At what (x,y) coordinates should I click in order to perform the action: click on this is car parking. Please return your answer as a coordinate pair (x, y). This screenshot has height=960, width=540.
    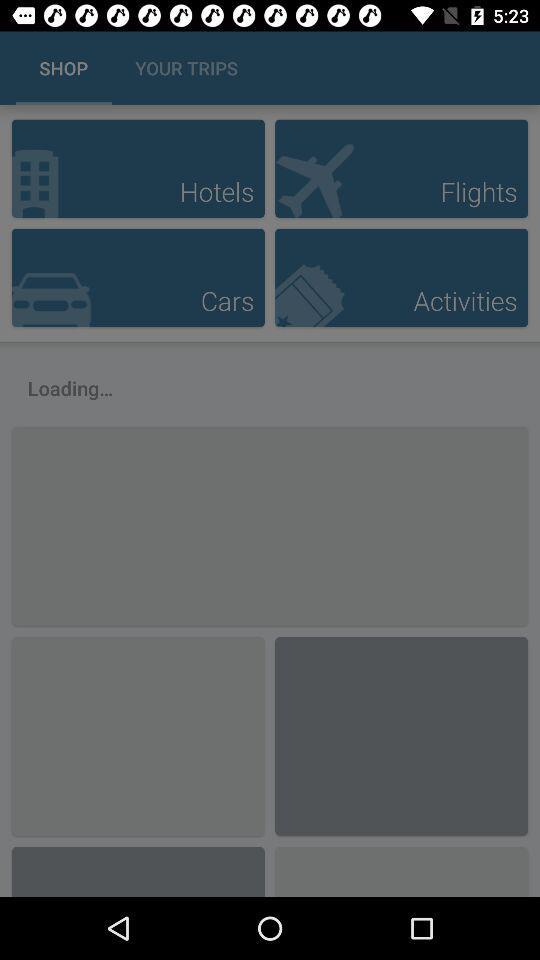
    Looking at the image, I should click on (137, 276).